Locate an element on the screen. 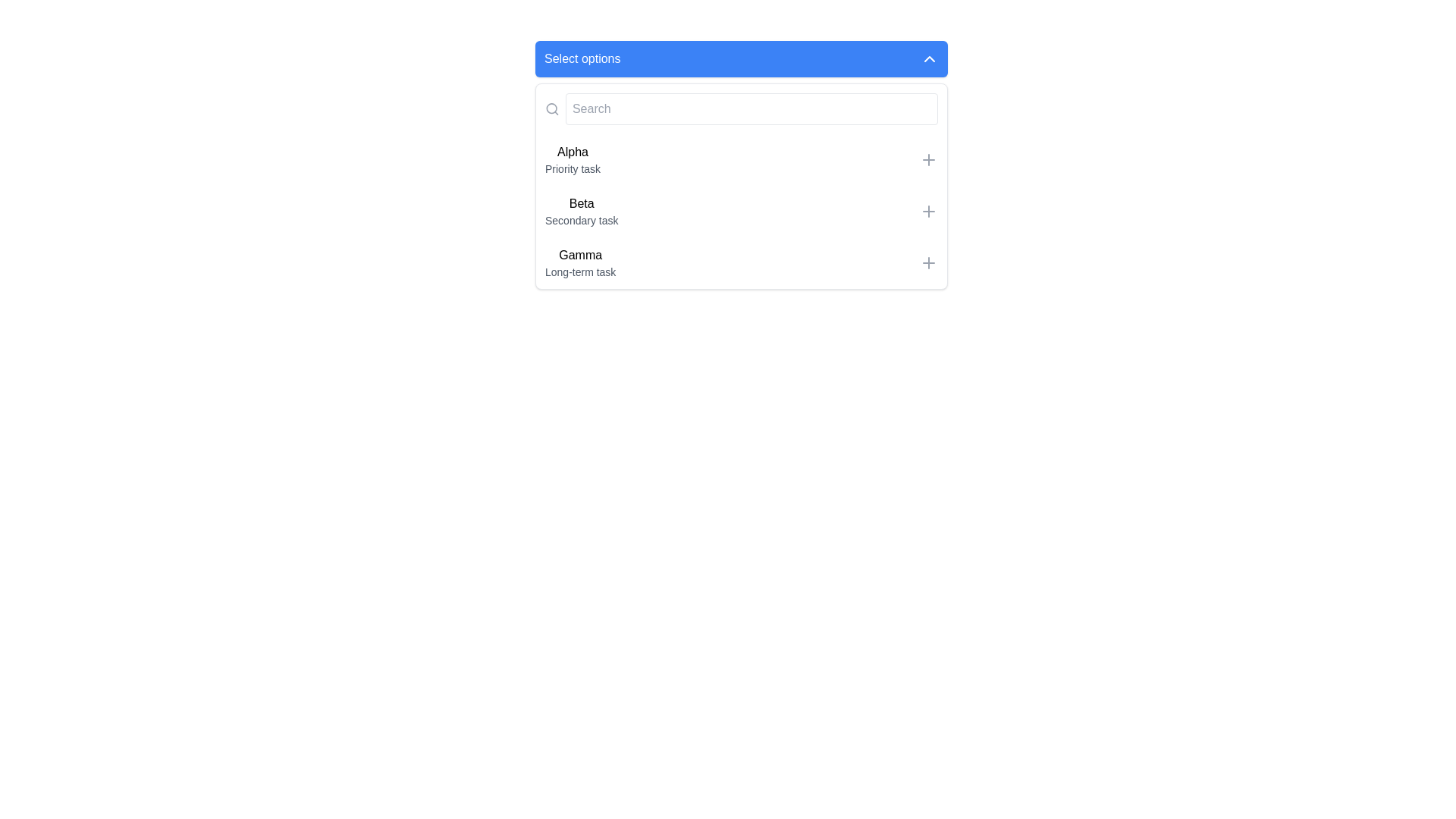  the text label providing additional information for the 'Beta' item in the dropdown menu, positioned directly below its sibling element 'Beta' is located at coordinates (581, 220).